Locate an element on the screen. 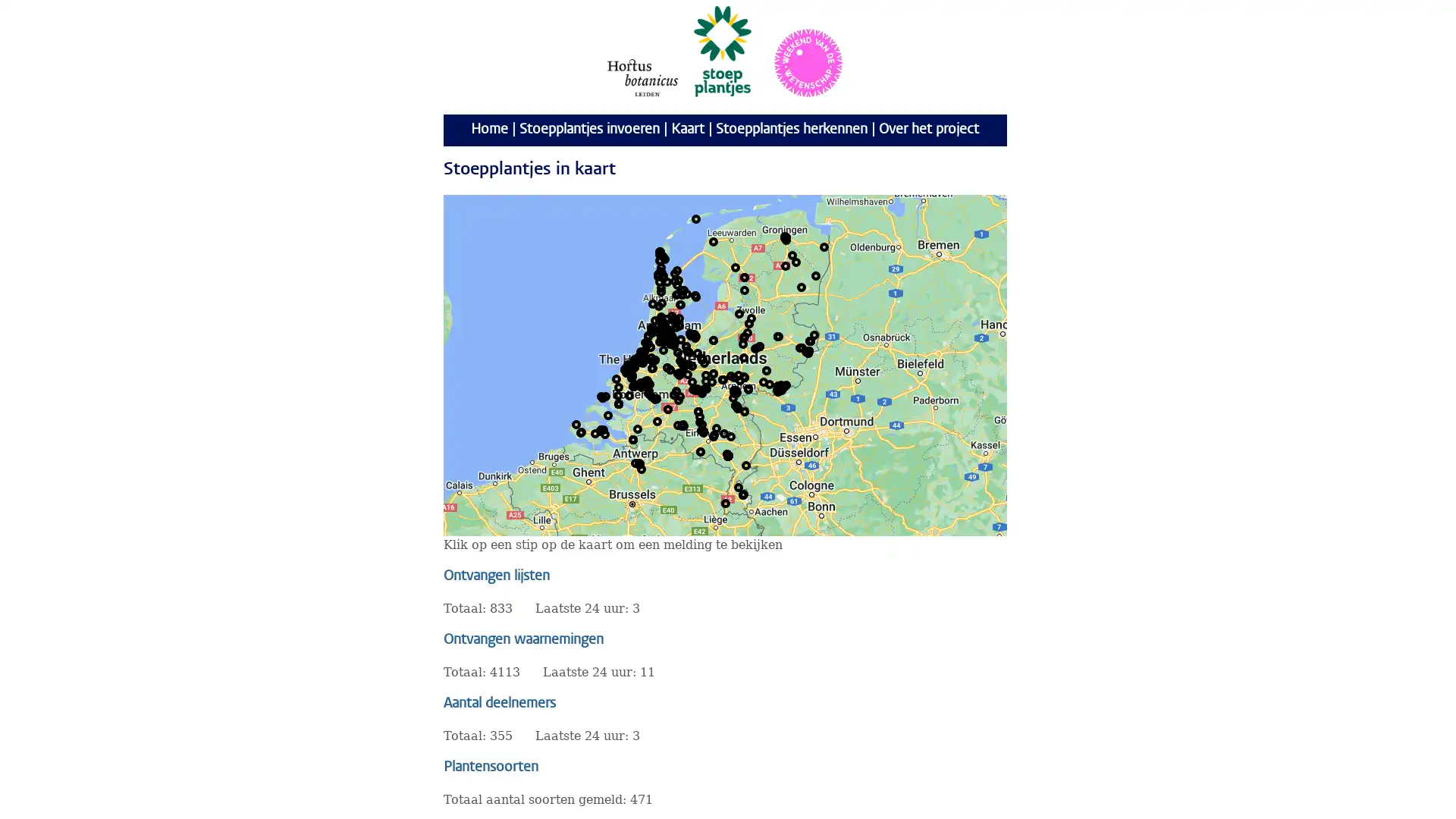 The height and width of the screenshot is (819, 1456). Telling van C.van hoften op 05 november 2021 is located at coordinates (745, 376).